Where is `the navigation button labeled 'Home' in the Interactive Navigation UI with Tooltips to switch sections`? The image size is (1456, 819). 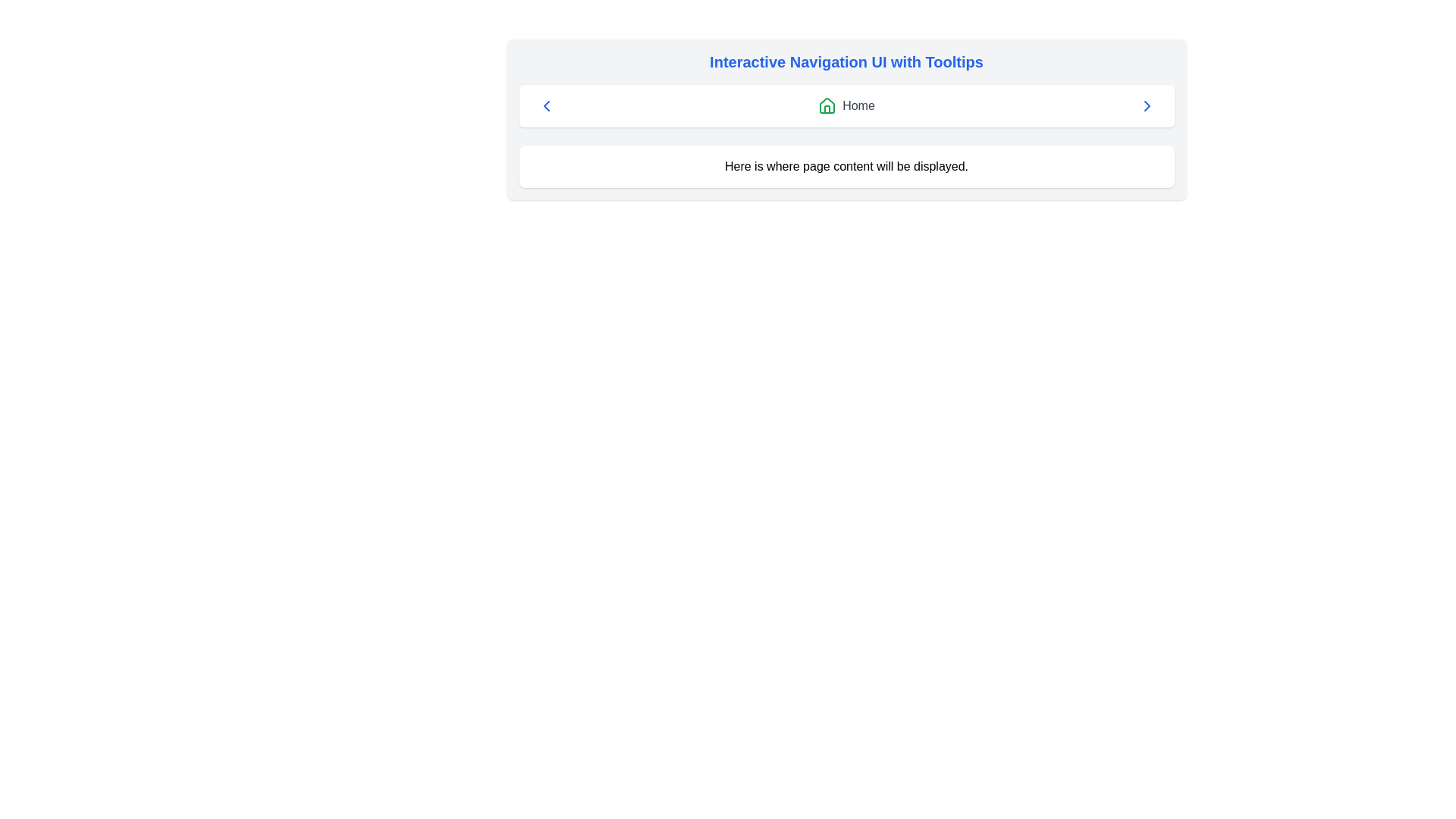 the navigation button labeled 'Home' in the Interactive Navigation UI with Tooltips to switch sections is located at coordinates (846, 119).